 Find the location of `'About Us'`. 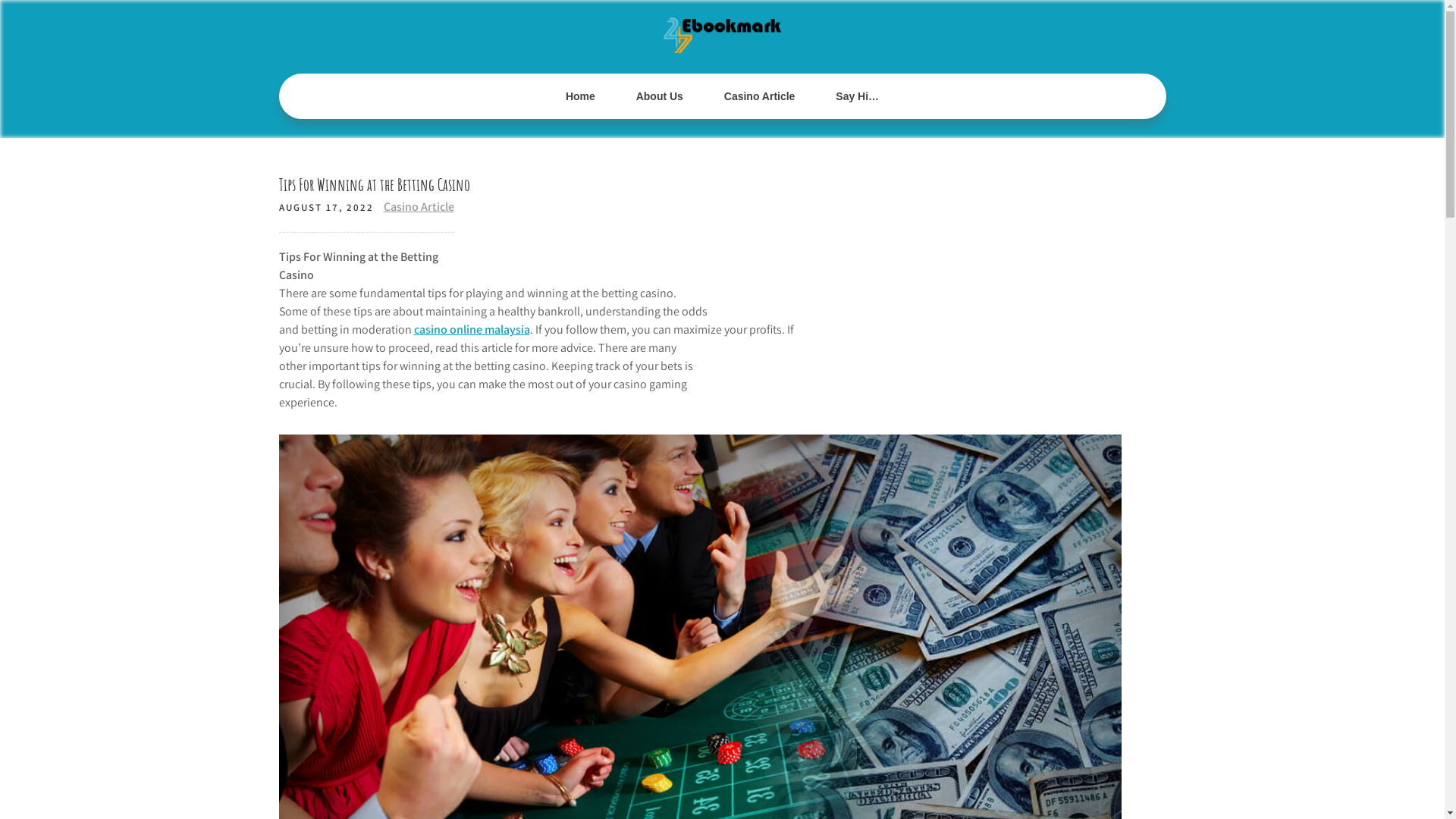

'About Us' is located at coordinates (659, 96).